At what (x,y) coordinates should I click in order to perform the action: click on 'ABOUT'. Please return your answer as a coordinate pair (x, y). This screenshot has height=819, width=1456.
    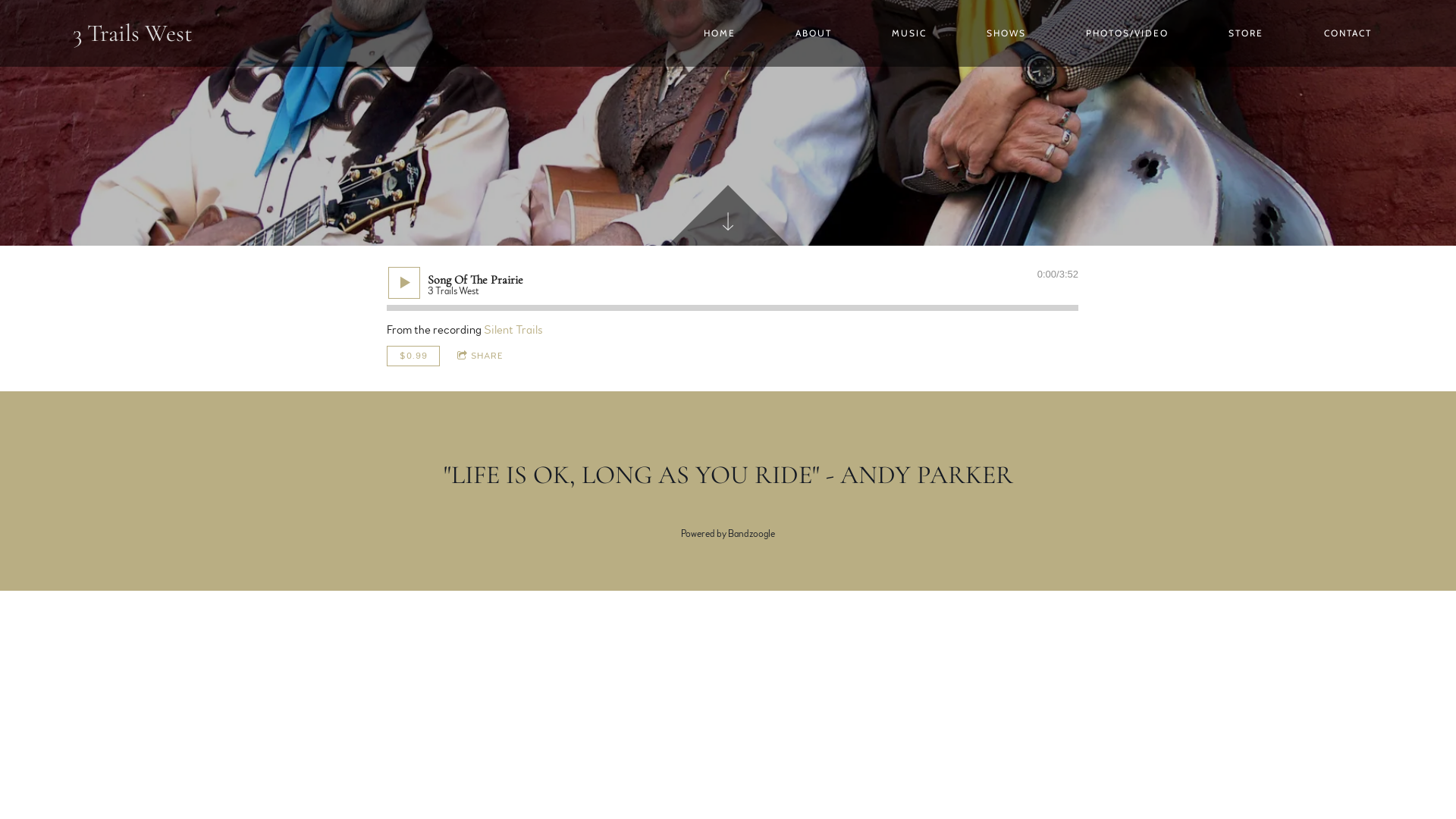
    Looking at the image, I should click on (783, 33).